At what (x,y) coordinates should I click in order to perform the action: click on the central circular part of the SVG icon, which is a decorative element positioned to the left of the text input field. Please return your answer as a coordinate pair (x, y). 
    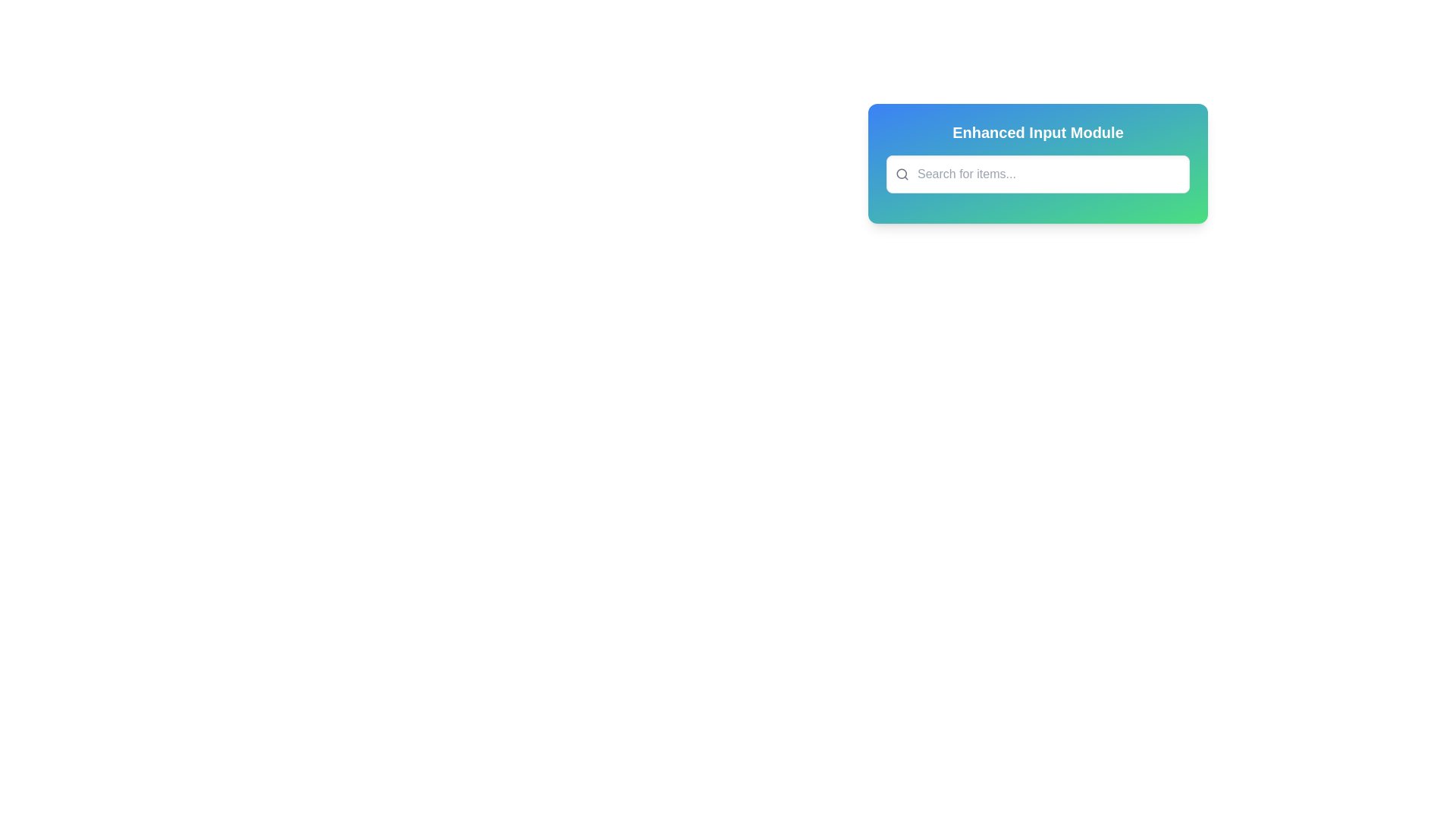
    Looking at the image, I should click on (902, 173).